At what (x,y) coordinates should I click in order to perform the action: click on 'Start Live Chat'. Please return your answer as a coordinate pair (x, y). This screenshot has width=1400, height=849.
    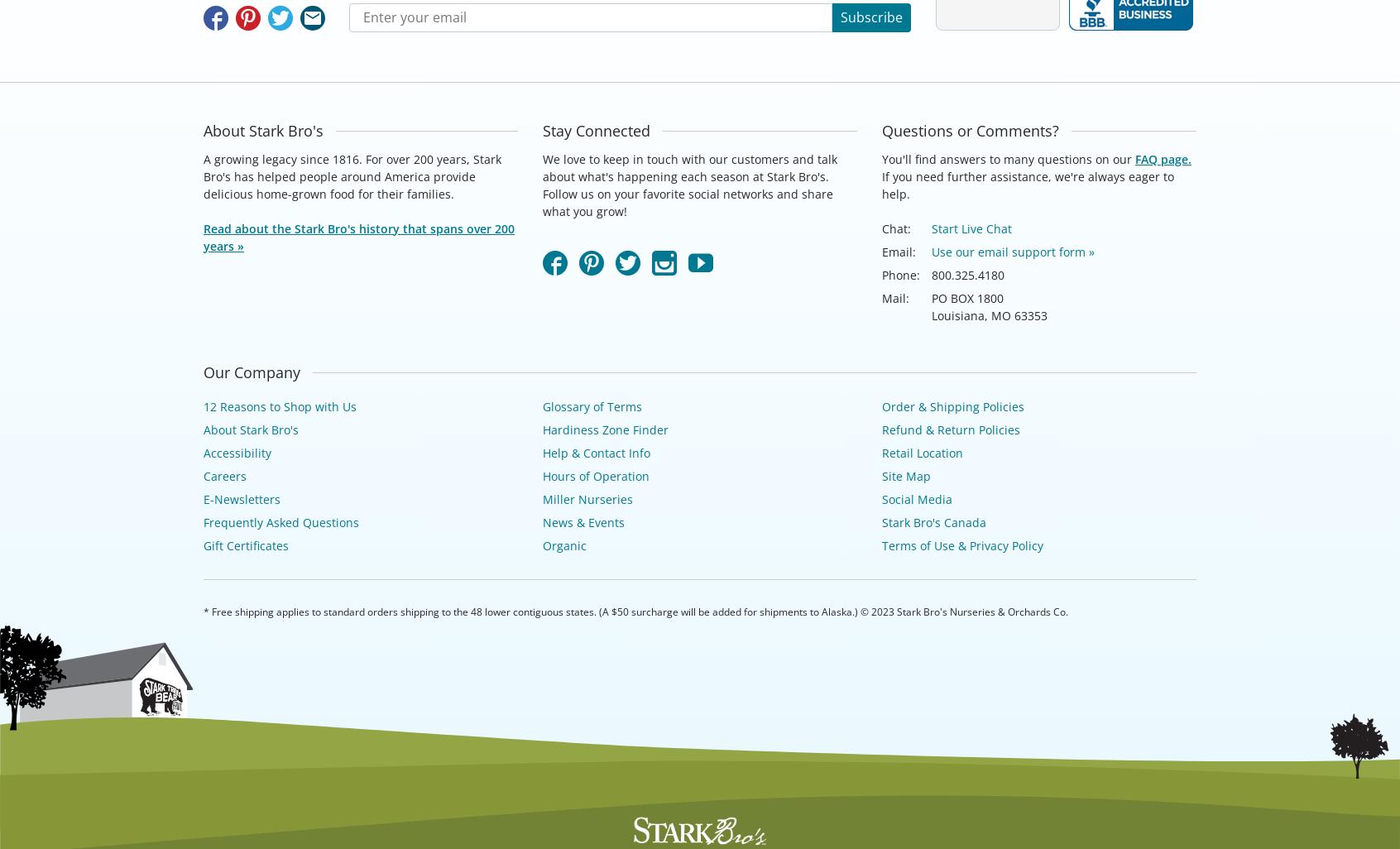
    Looking at the image, I should click on (971, 227).